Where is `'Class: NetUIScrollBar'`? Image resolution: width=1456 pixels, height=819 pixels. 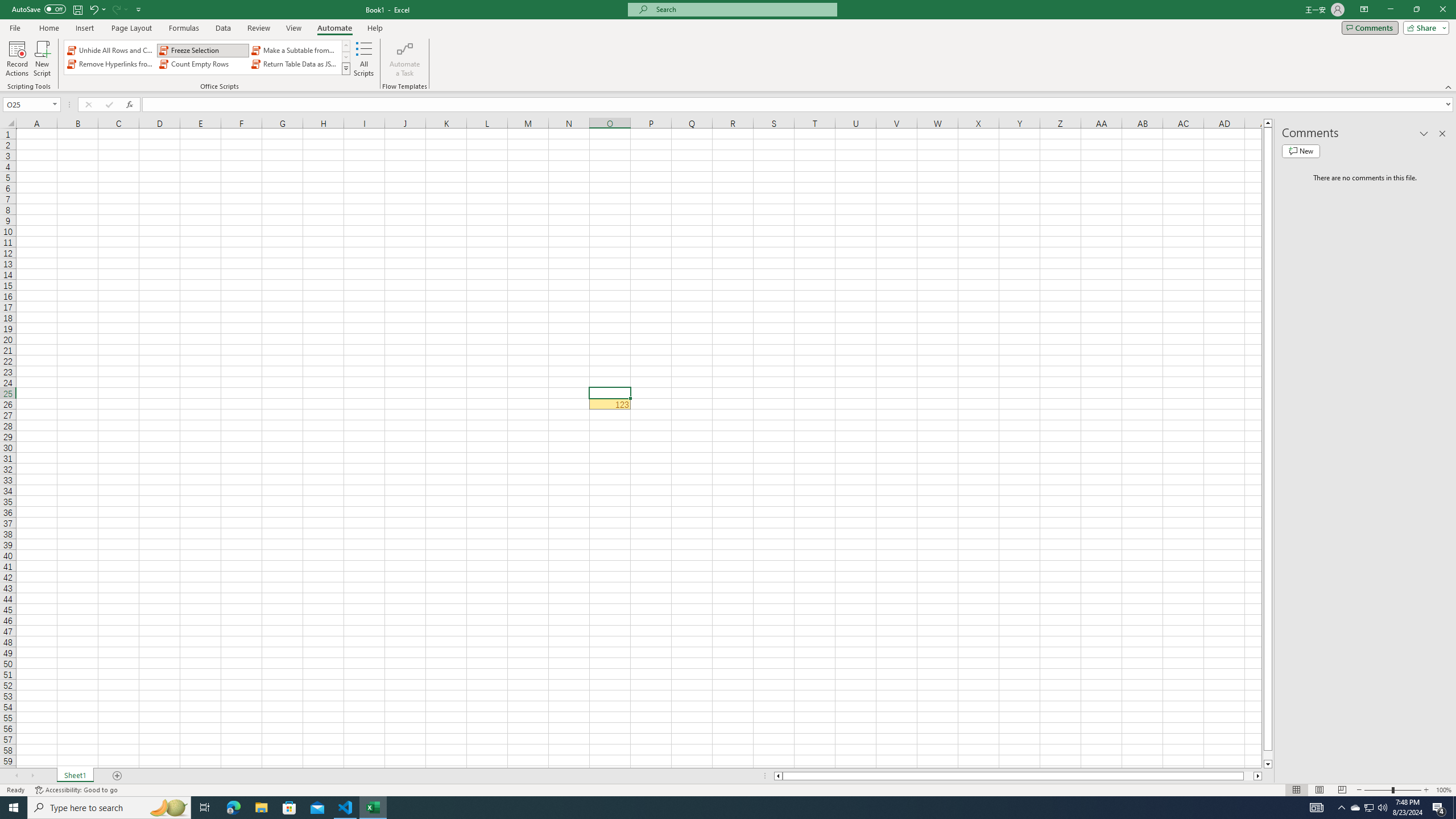 'Class: NetUIScrollBar' is located at coordinates (1017, 775).